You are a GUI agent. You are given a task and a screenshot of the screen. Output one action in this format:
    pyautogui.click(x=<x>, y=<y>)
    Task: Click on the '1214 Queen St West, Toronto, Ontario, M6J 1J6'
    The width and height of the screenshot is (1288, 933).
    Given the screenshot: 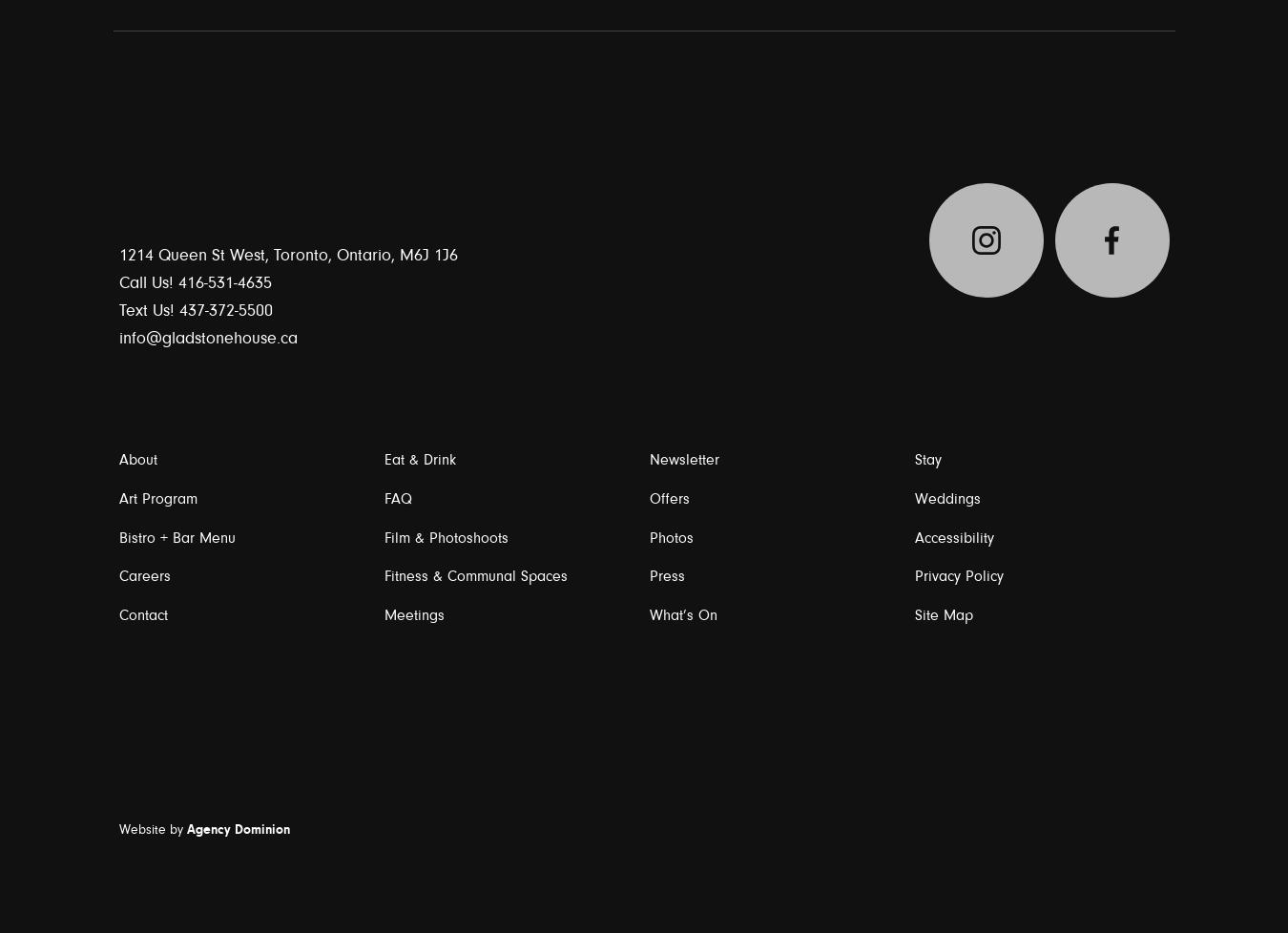 What is the action you would take?
    pyautogui.click(x=286, y=254)
    